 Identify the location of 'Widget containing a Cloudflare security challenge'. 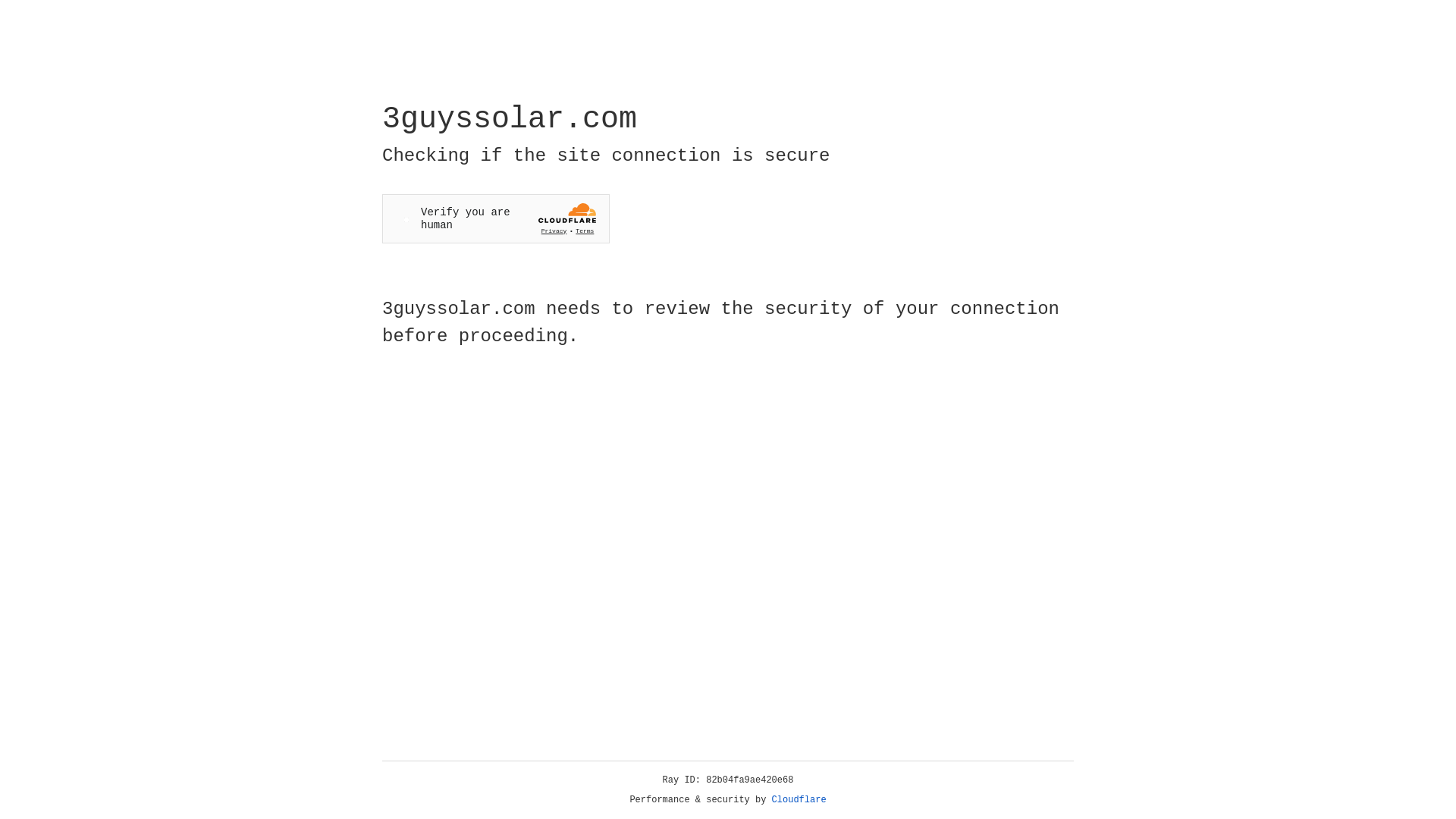
(495, 218).